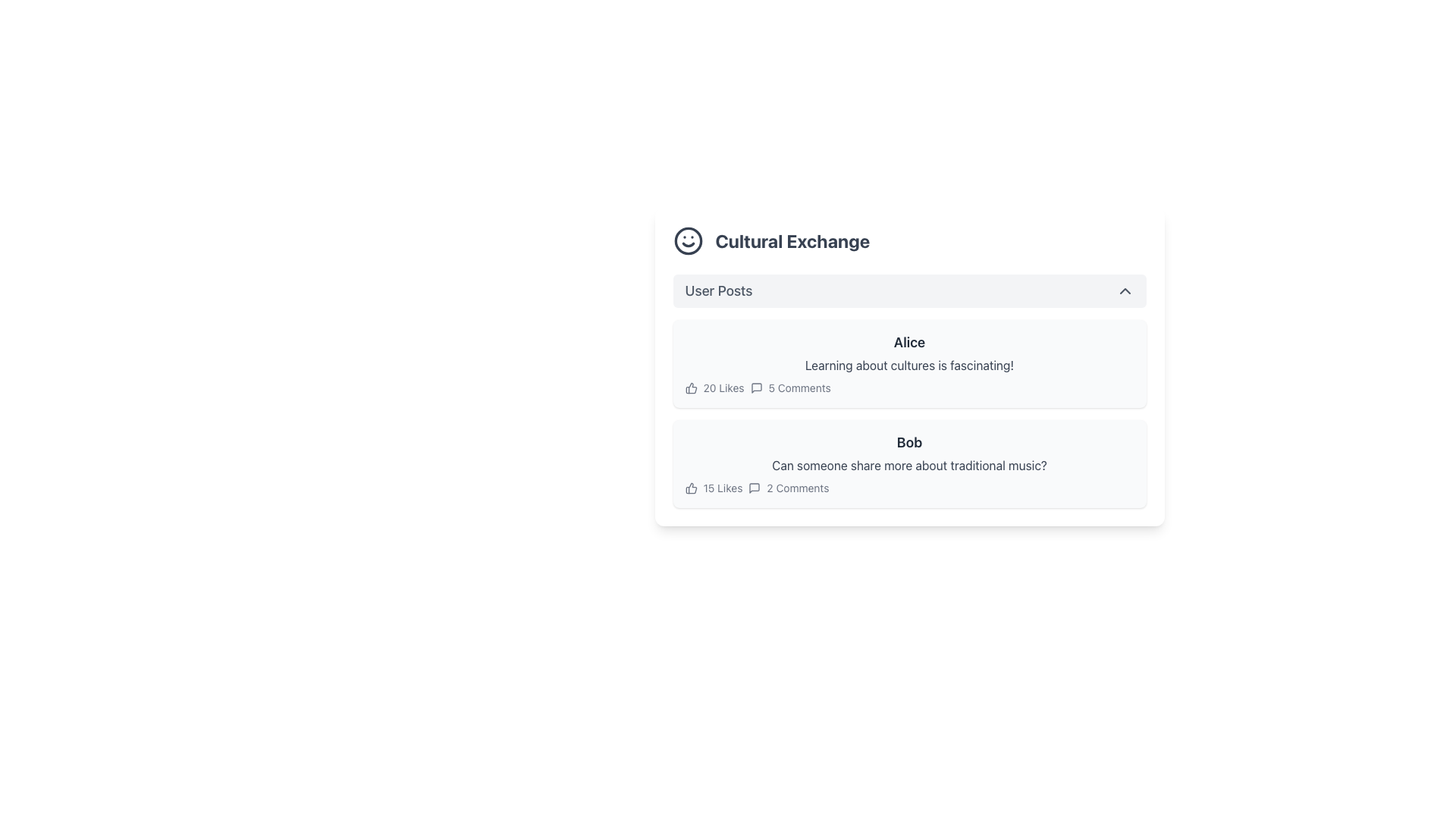 The width and height of the screenshot is (1456, 819). What do you see at coordinates (755, 488) in the screenshot?
I see `the speech bubble icon representing comments, located in the '15 Likes 2 Comments' section adjacent to the '2 Comments' text under Bob's post` at bounding box center [755, 488].